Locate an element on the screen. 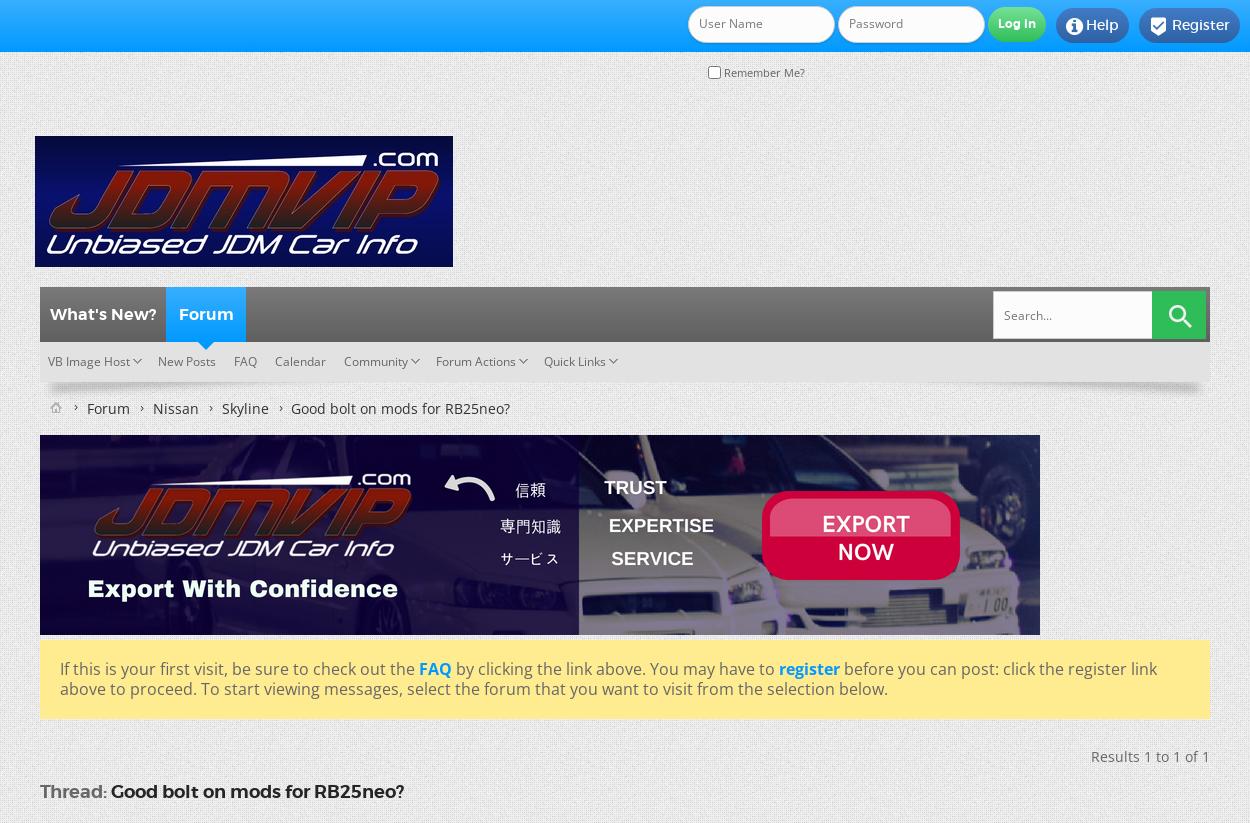  'Forum Actions' is located at coordinates (475, 360).